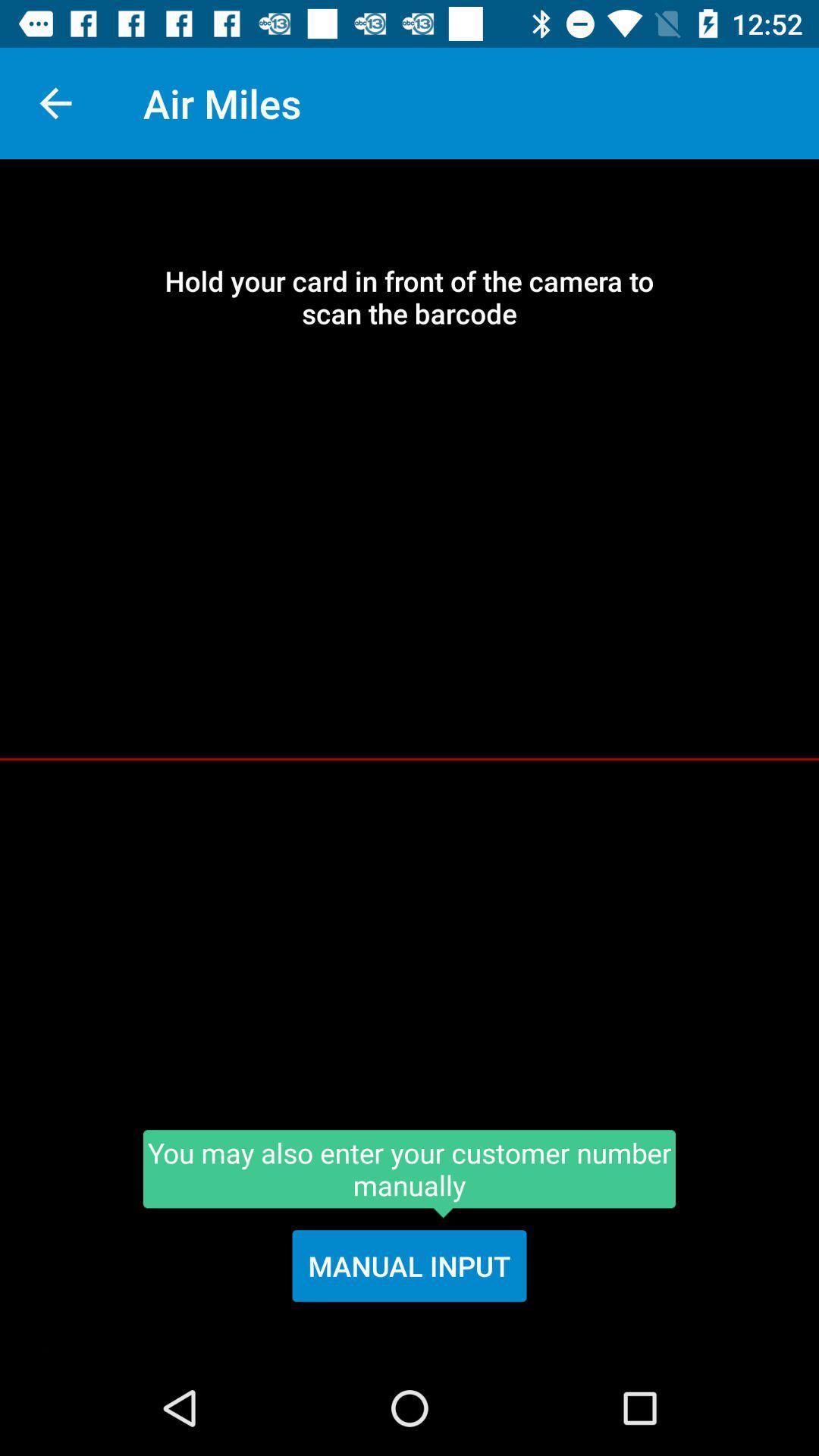 Image resolution: width=819 pixels, height=1456 pixels. I want to click on item next to air miles icon, so click(55, 102).